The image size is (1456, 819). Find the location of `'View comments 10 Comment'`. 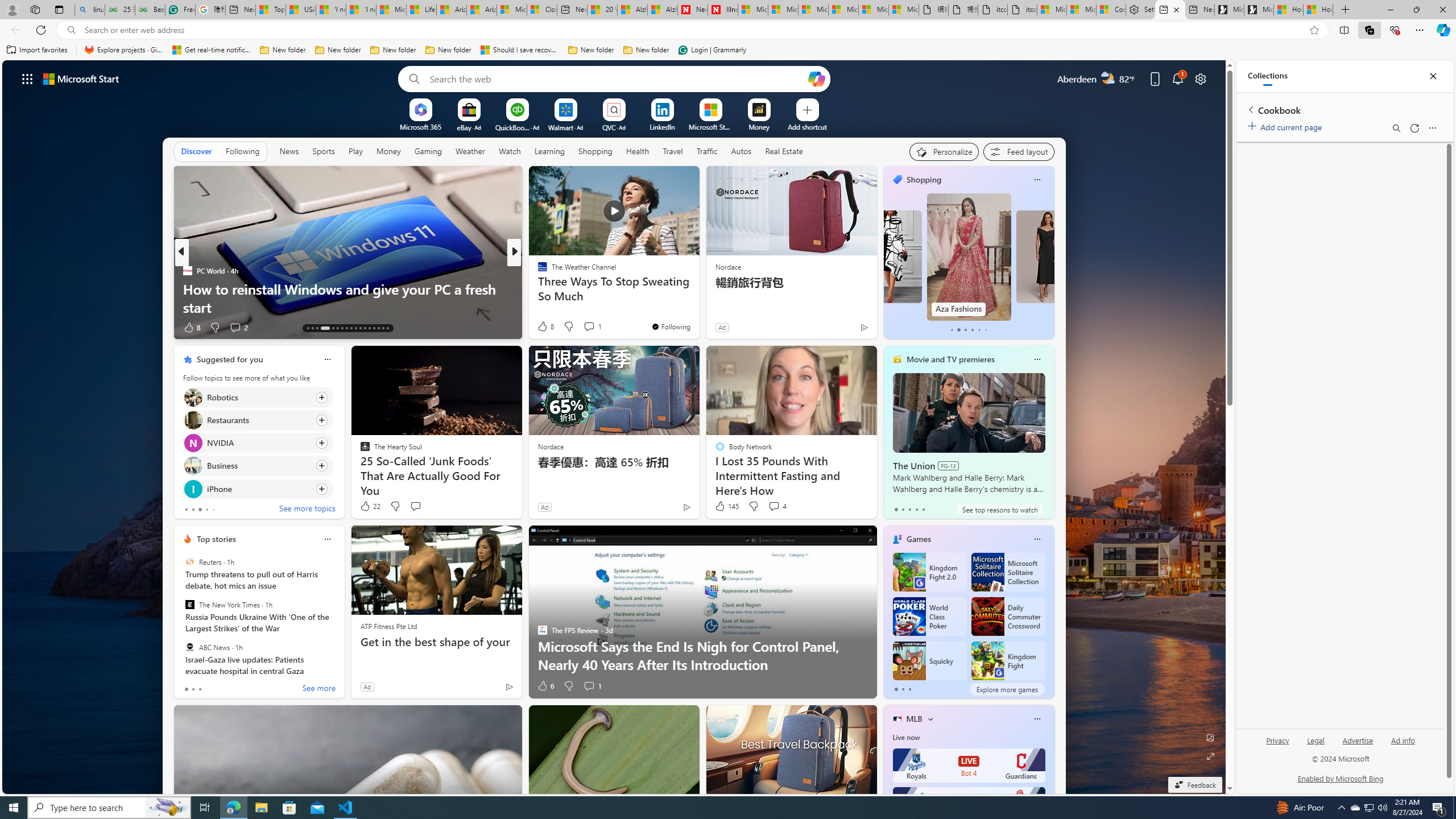

'View comments 10 Comment' is located at coordinates (597, 327).